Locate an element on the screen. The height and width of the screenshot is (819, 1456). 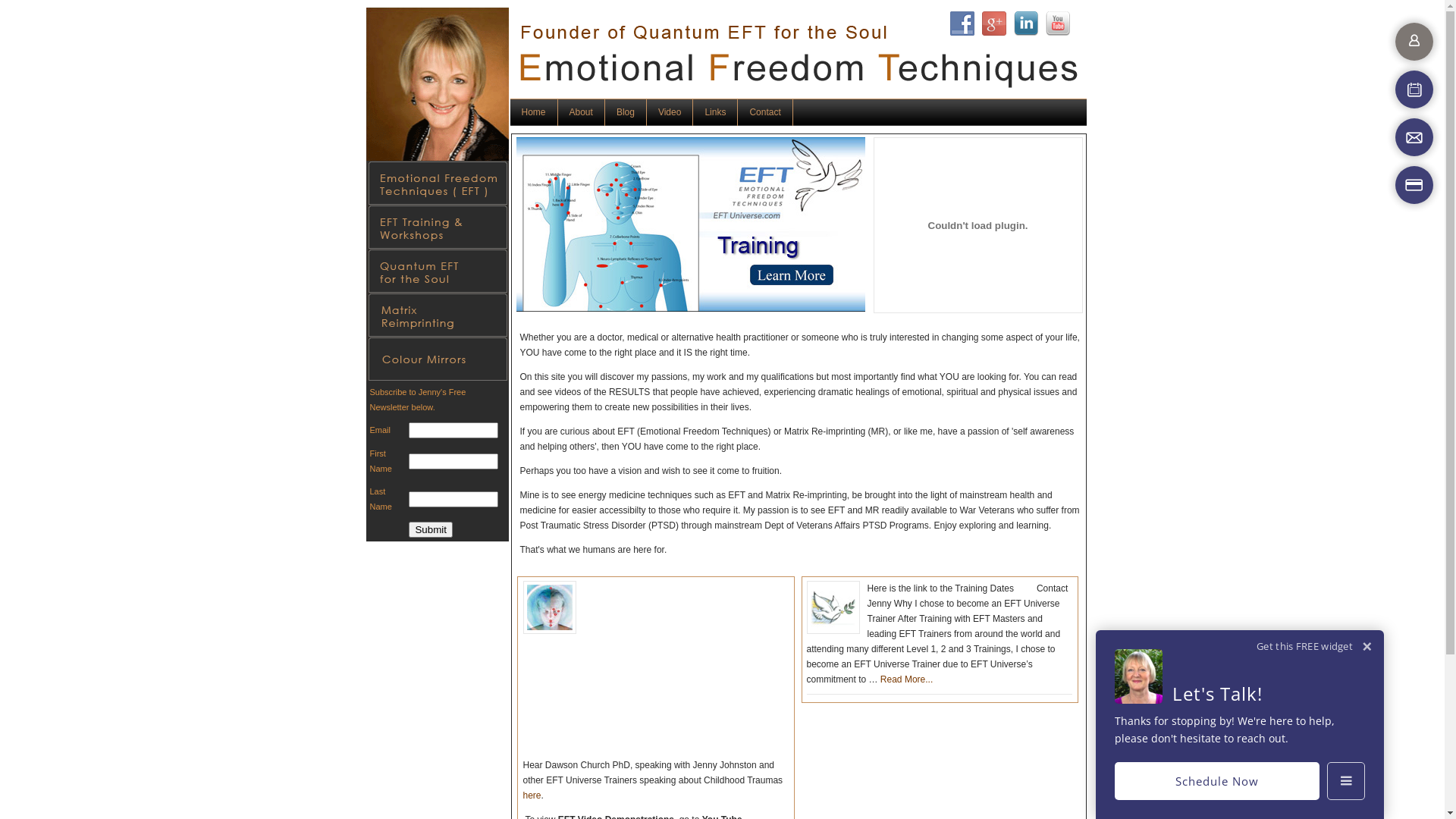
' Google+' is located at coordinates (993, 23).